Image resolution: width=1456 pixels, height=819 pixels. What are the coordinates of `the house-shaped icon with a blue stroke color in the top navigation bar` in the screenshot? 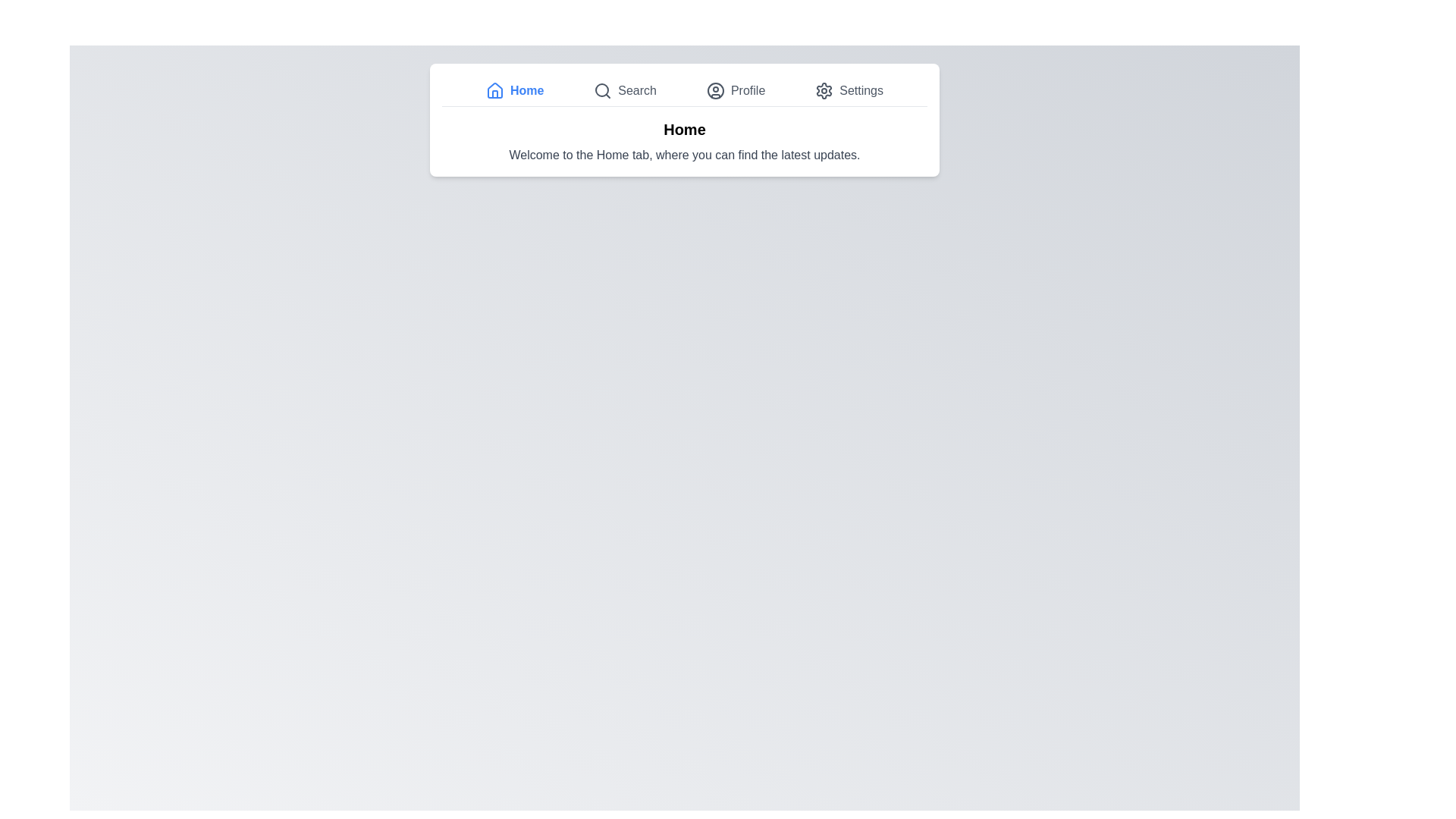 It's located at (494, 90).